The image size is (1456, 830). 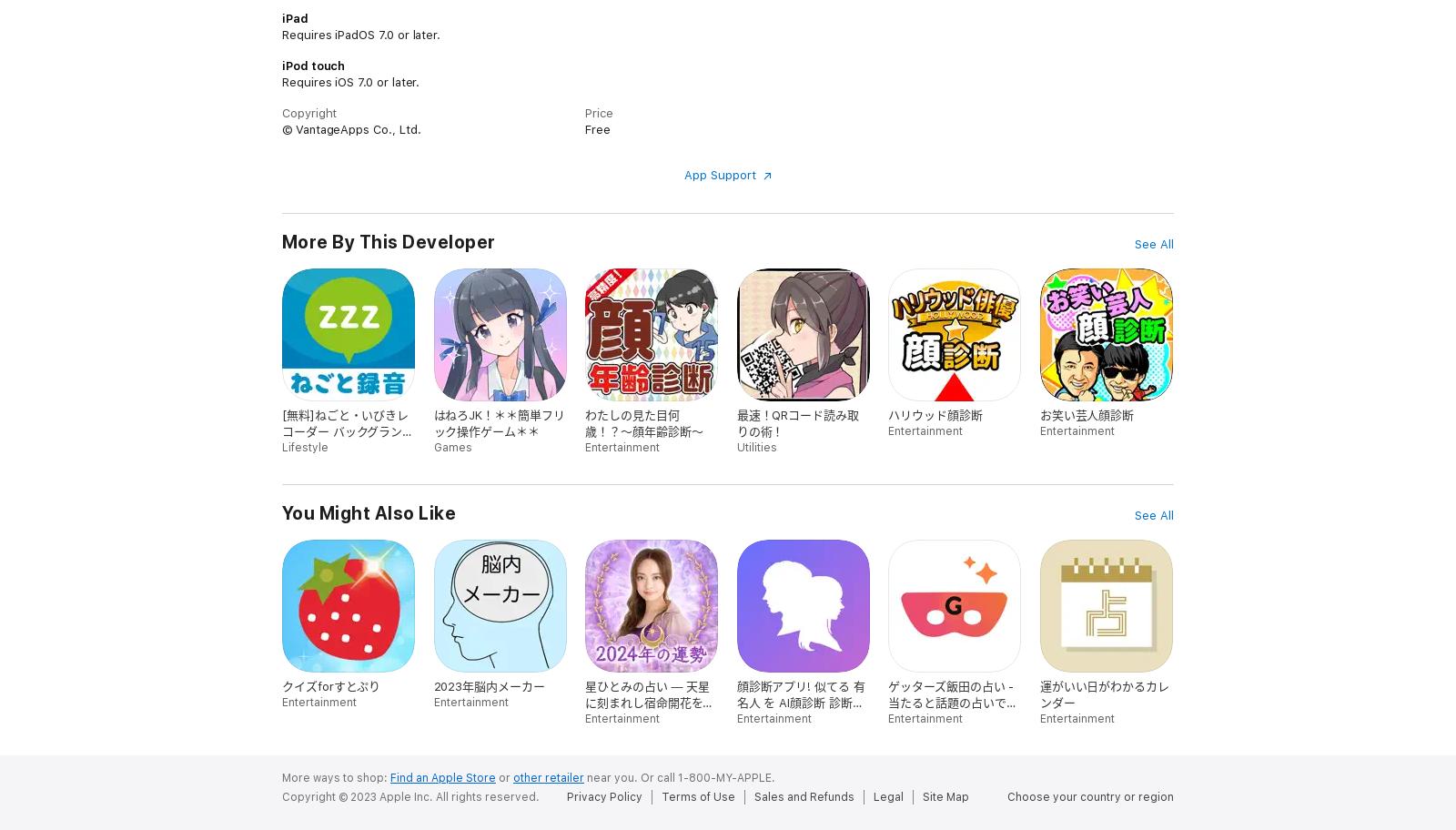 What do you see at coordinates (351, 128) in the screenshot?
I see `'© VantageApps Co., Ltd.'` at bounding box center [351, 128].